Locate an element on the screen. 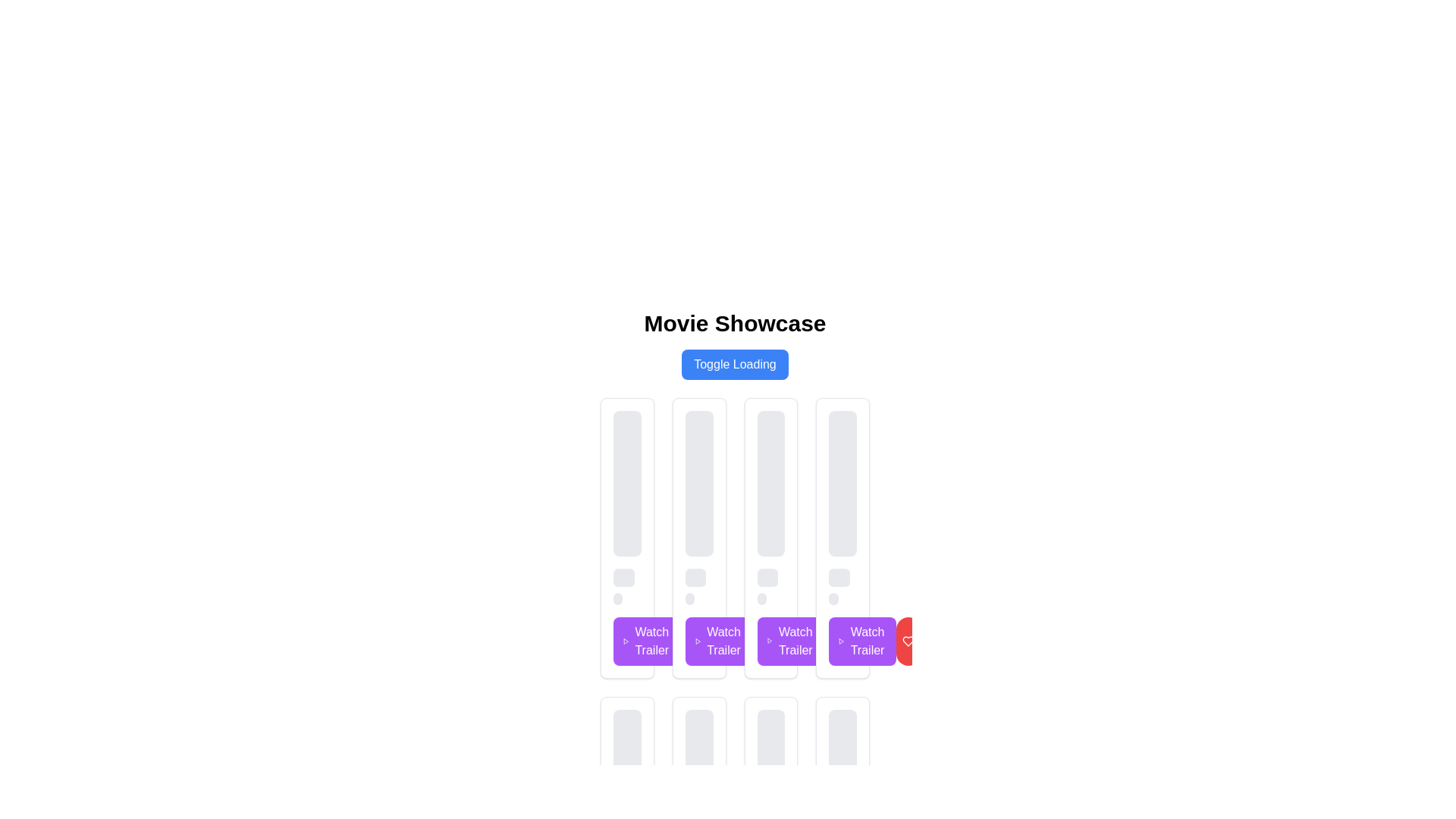 This screenshot has width=1456, height=819. the heart icon located to the right of the fourth card in the horizontal sequence to mark the item as a favorite is located at coordinates (908, 641).